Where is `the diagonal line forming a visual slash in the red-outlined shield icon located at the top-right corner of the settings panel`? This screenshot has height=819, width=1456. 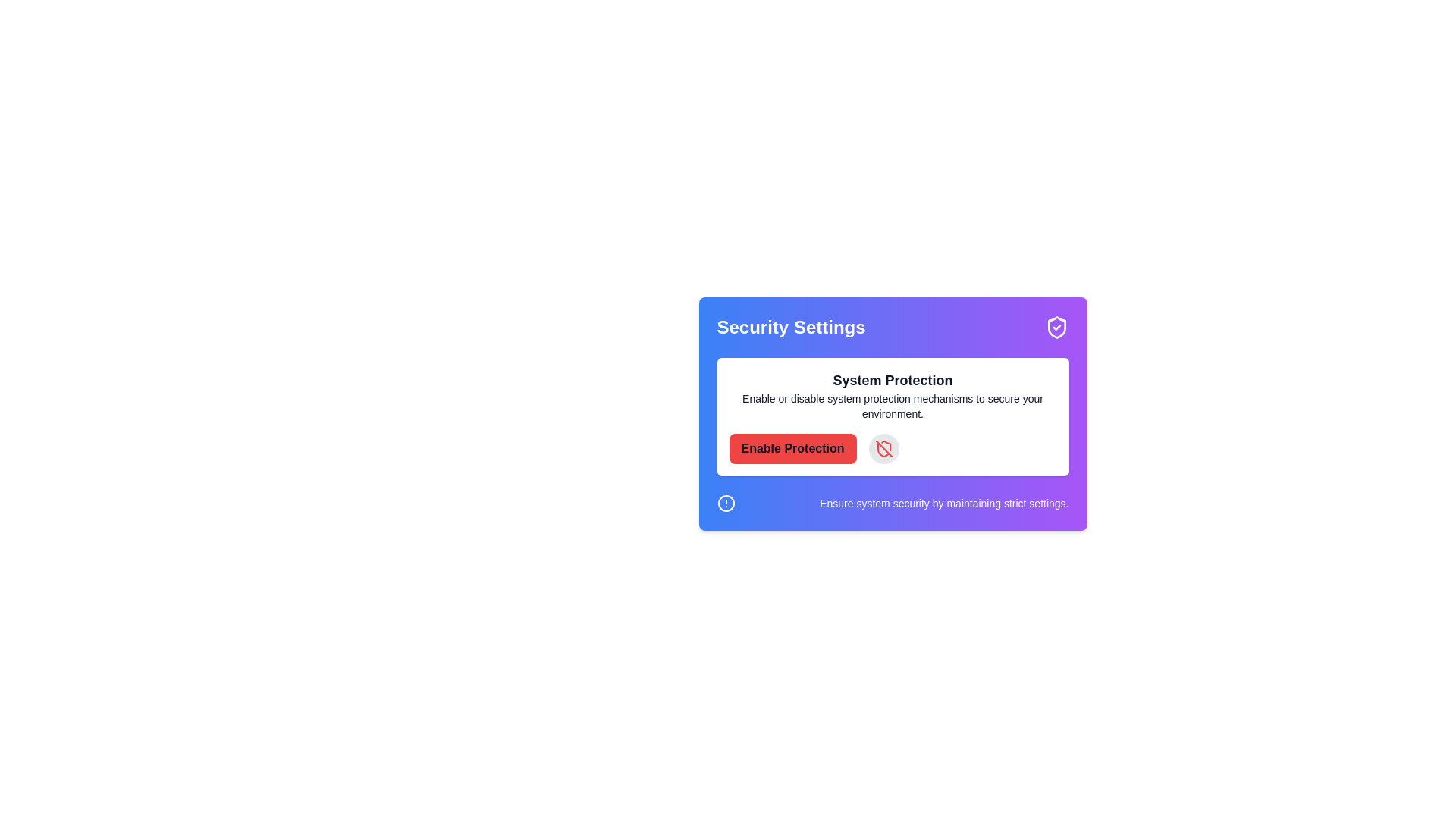
the diagonal line forming a visual slash in the red-outlined shield icon located at the top-right corner of the settings panel is located at coordinates (883, 447).